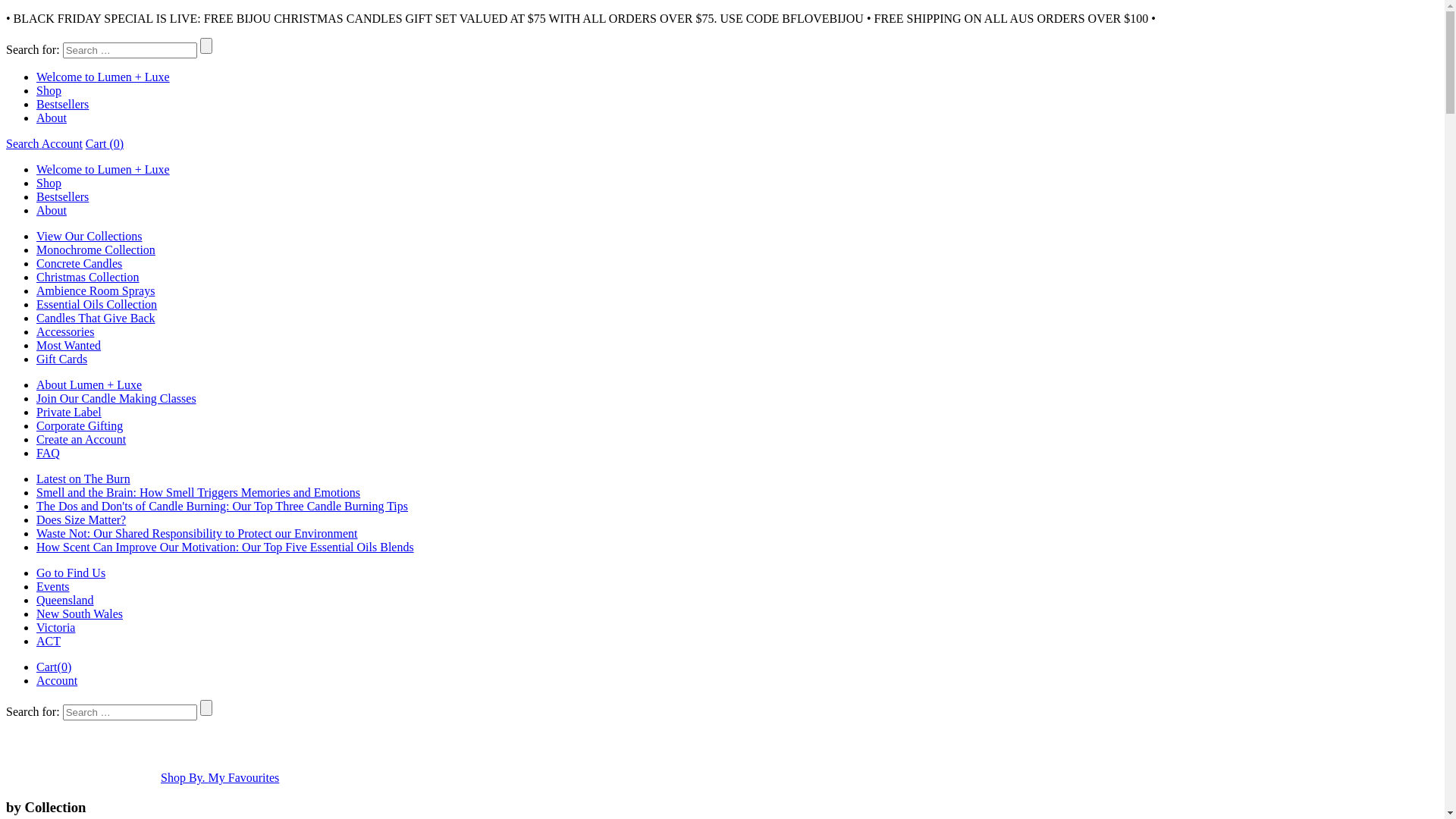  Describe the element at coordinates (53, 585) in the screenshot. I see `'Events'` at that location.